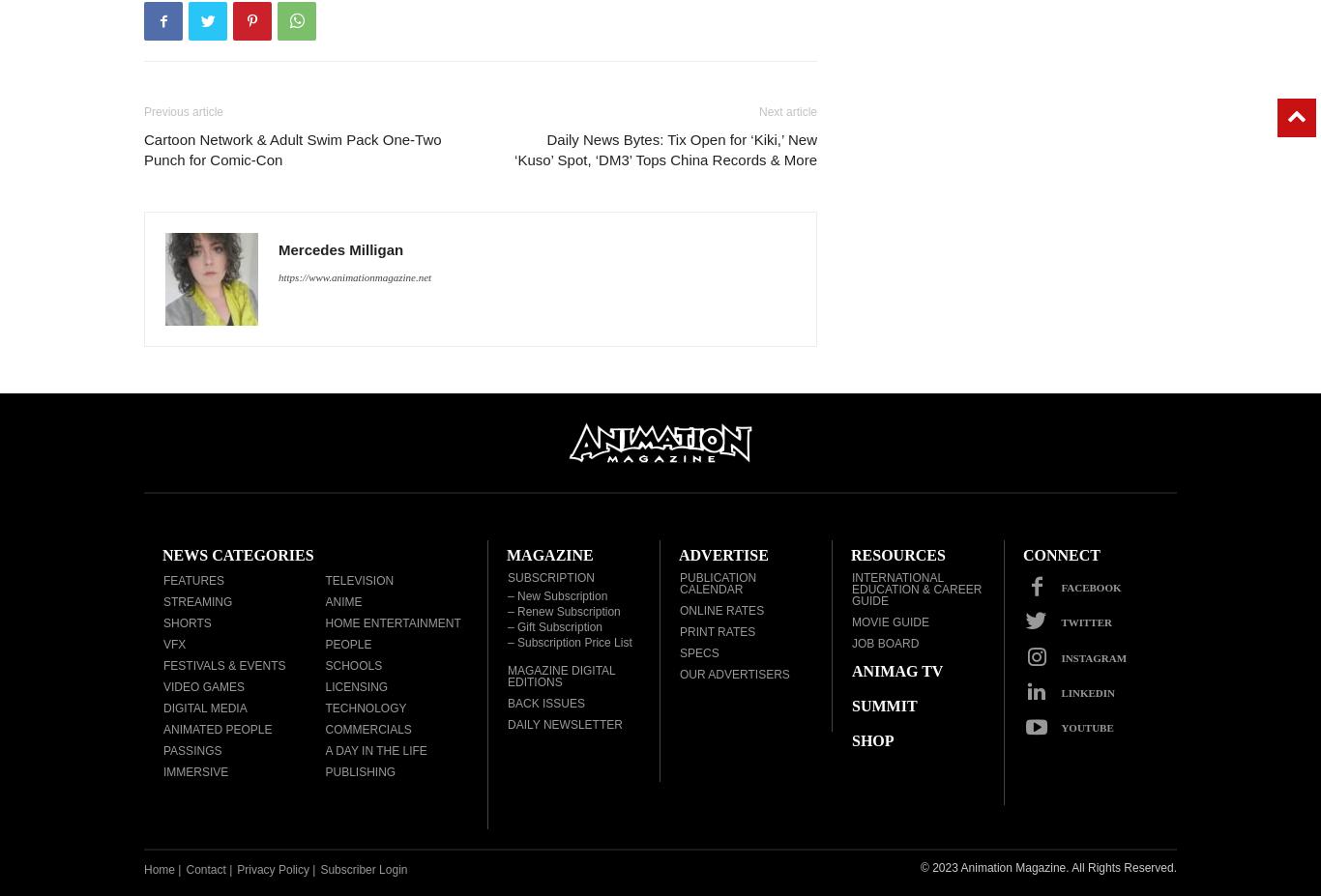  I want to click on 'Contact', so click(204, 870).